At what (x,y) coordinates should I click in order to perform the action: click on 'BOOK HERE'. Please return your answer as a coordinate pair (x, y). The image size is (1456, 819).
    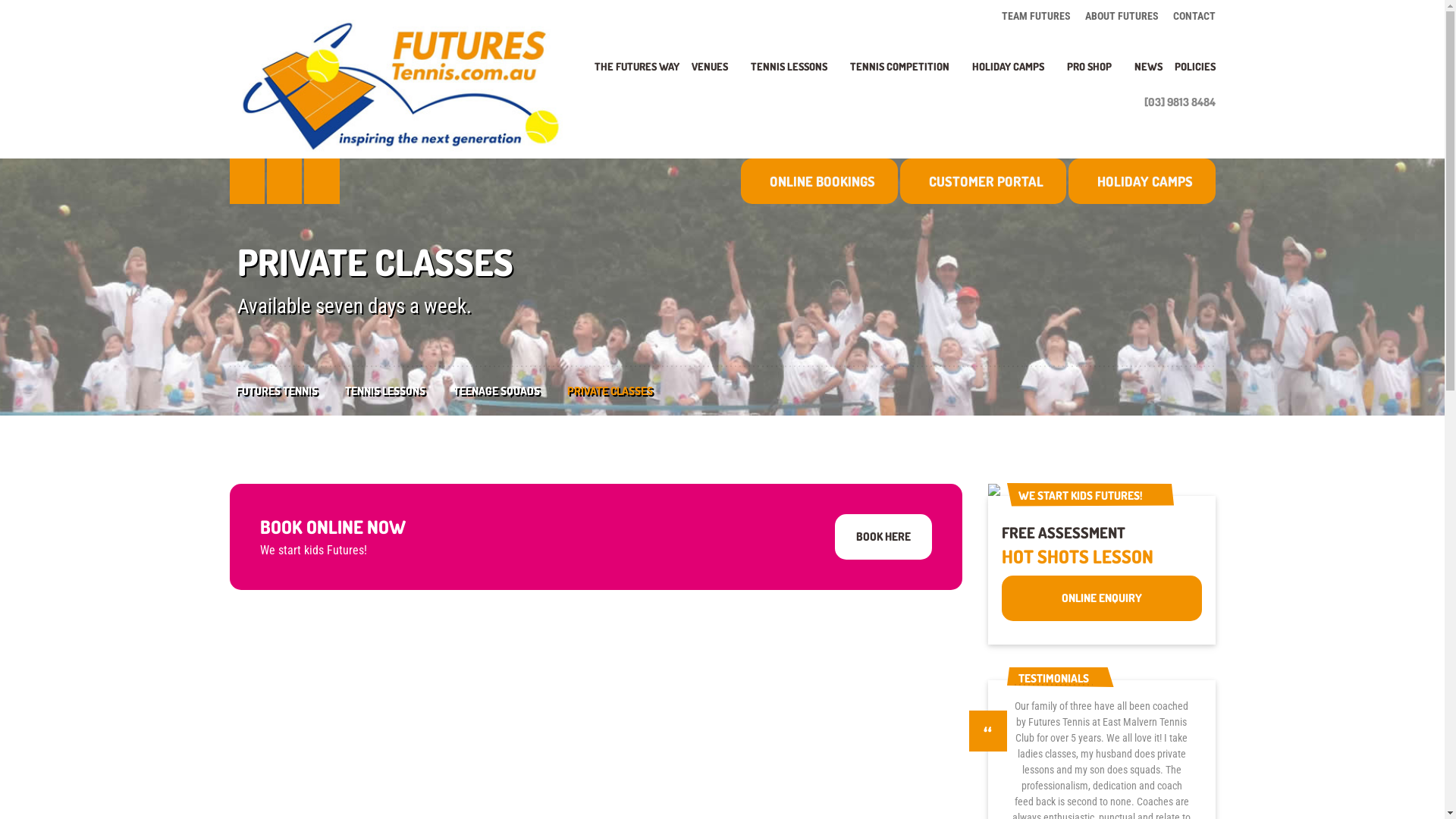
    Looking at the image, I should click on (883, 536).